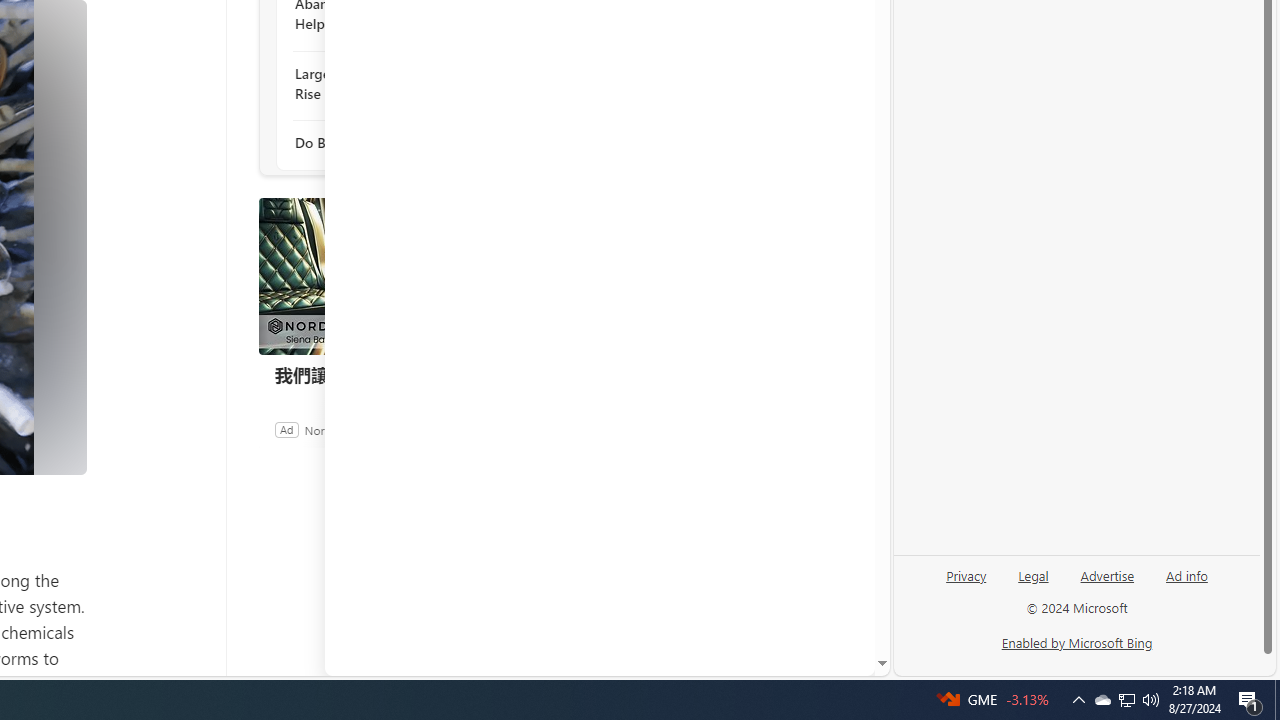 This screenshot has width=1280, height=720. What do you see at coordinates (1186, 583) in the screenshot?
I see `'Ad info'` at bounding box center [1186, 583].